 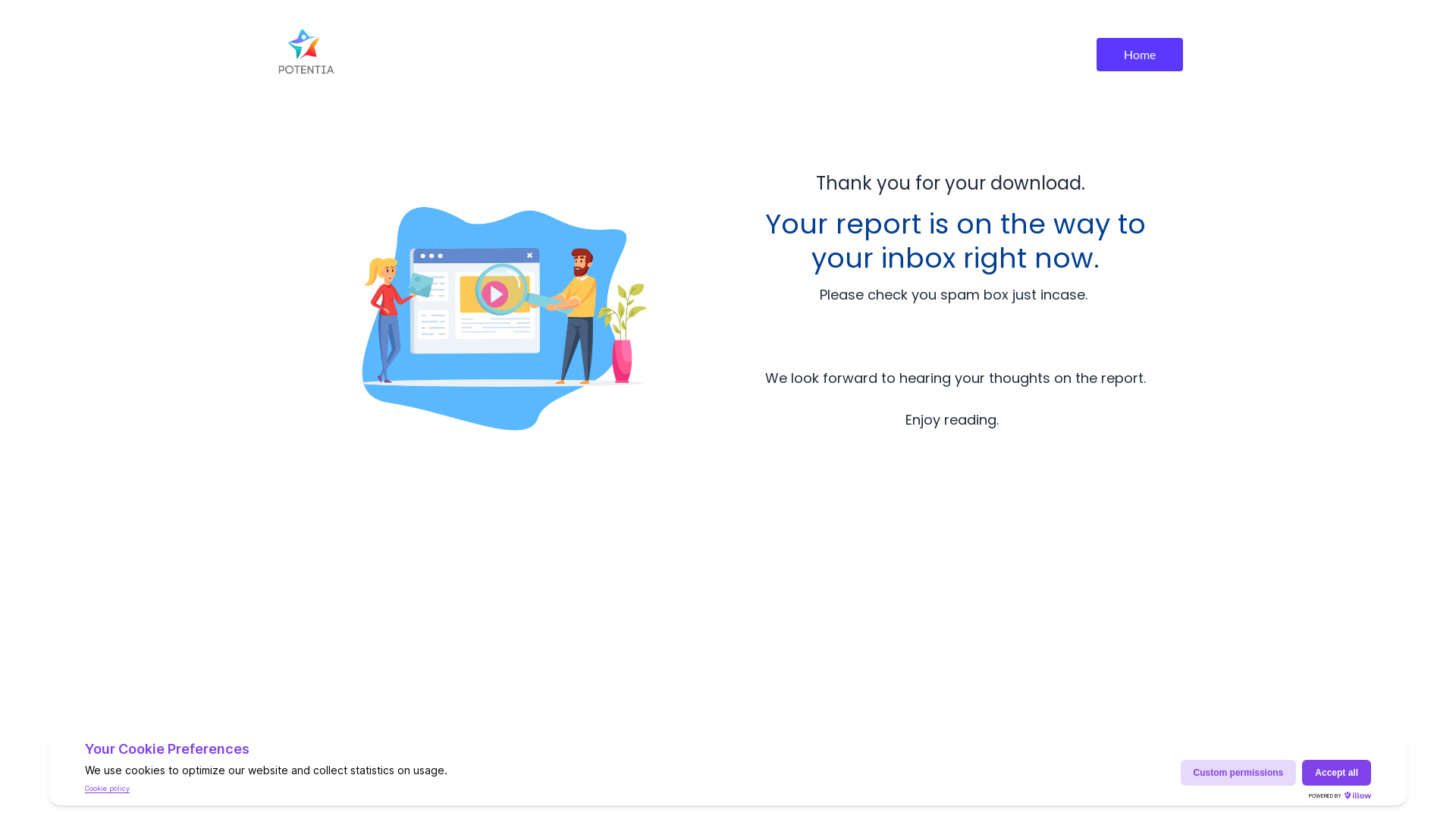 I want to click on 'Home', so click(x=1139, y=54).